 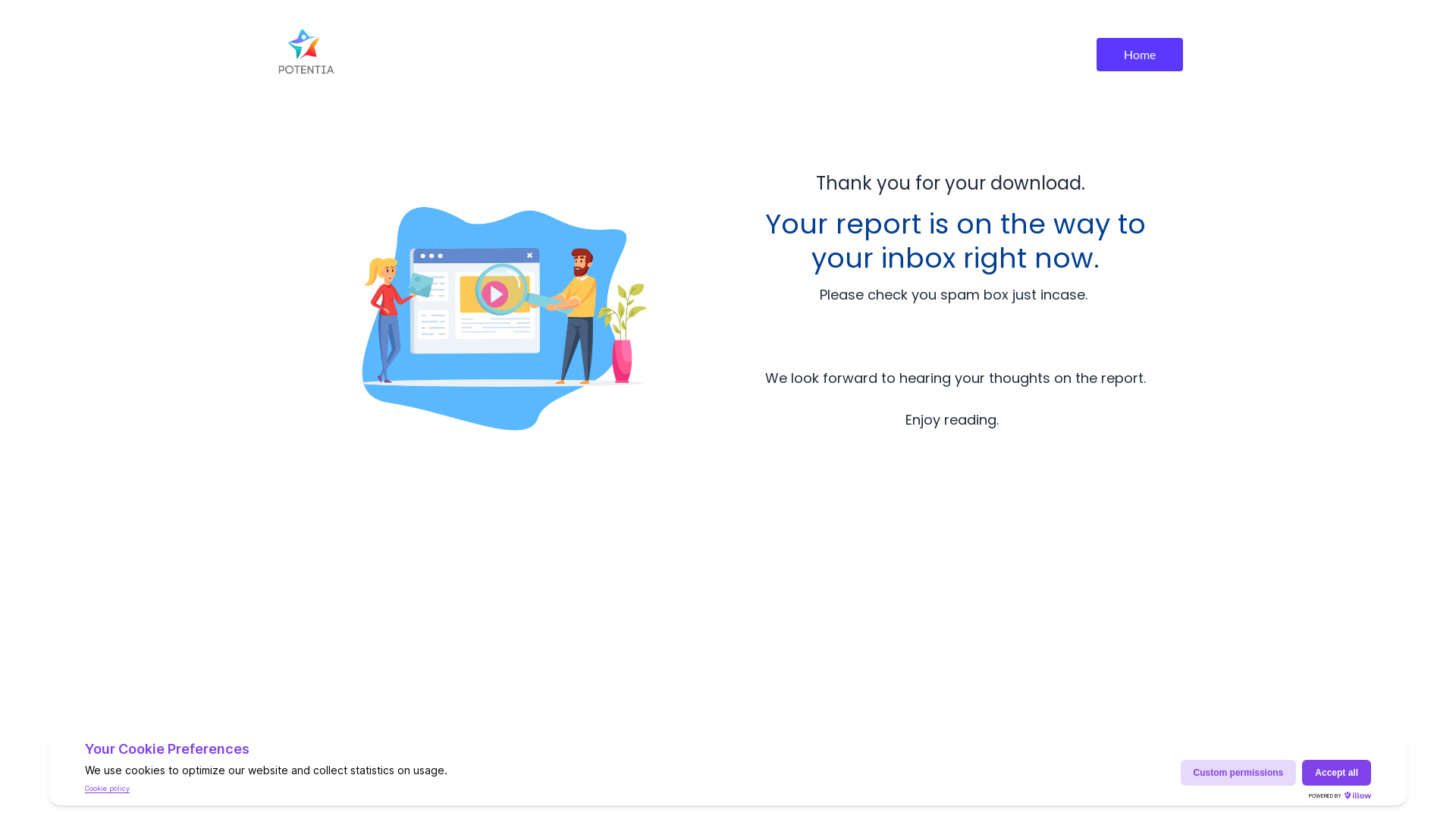 I want to click on 'Home', so click(x=1139, y=54).